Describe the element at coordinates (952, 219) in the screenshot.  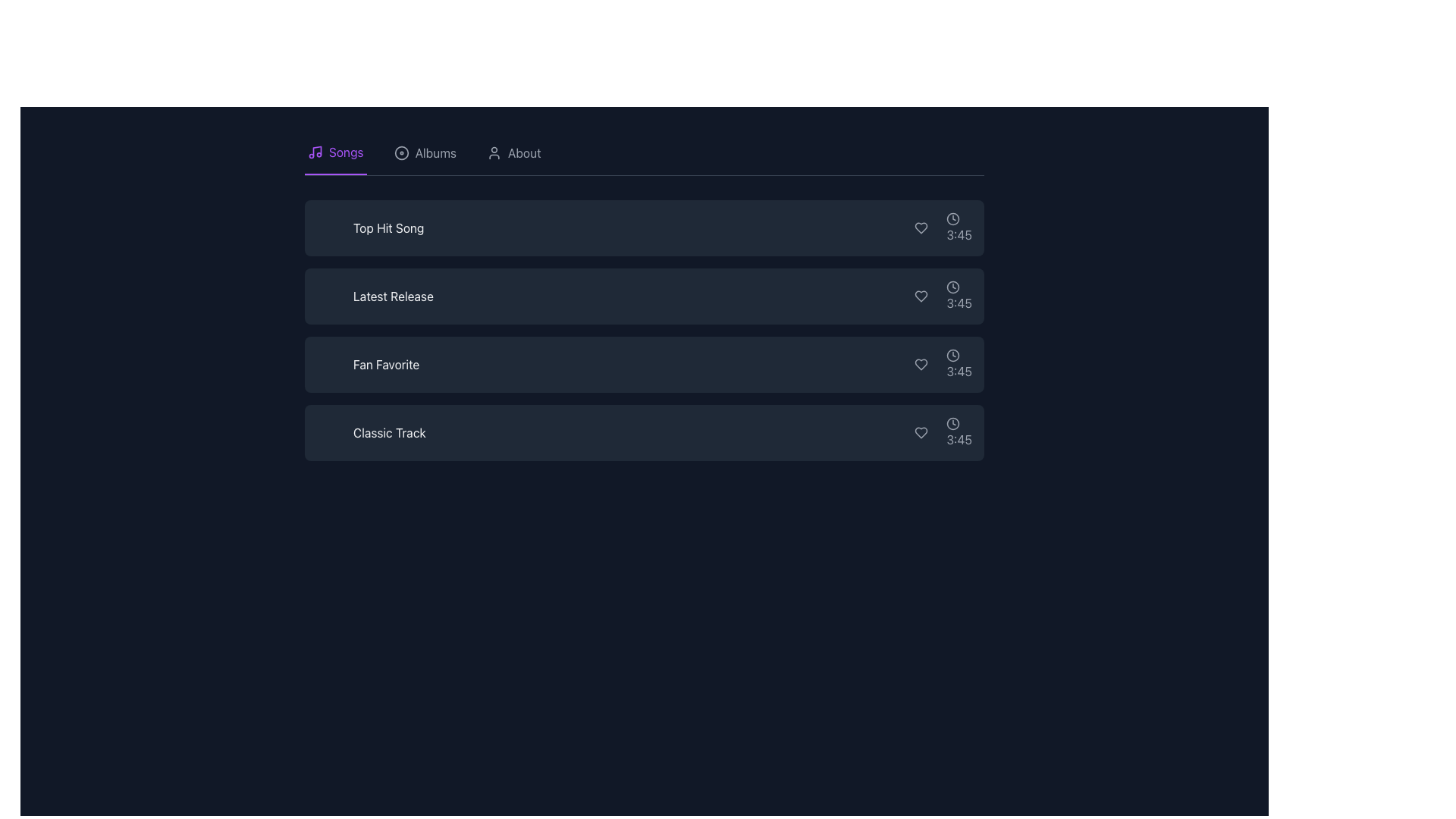
I see `the clock icon representing time, which visually indicates the duration '3:45' in the topmost row of the list` at that location.